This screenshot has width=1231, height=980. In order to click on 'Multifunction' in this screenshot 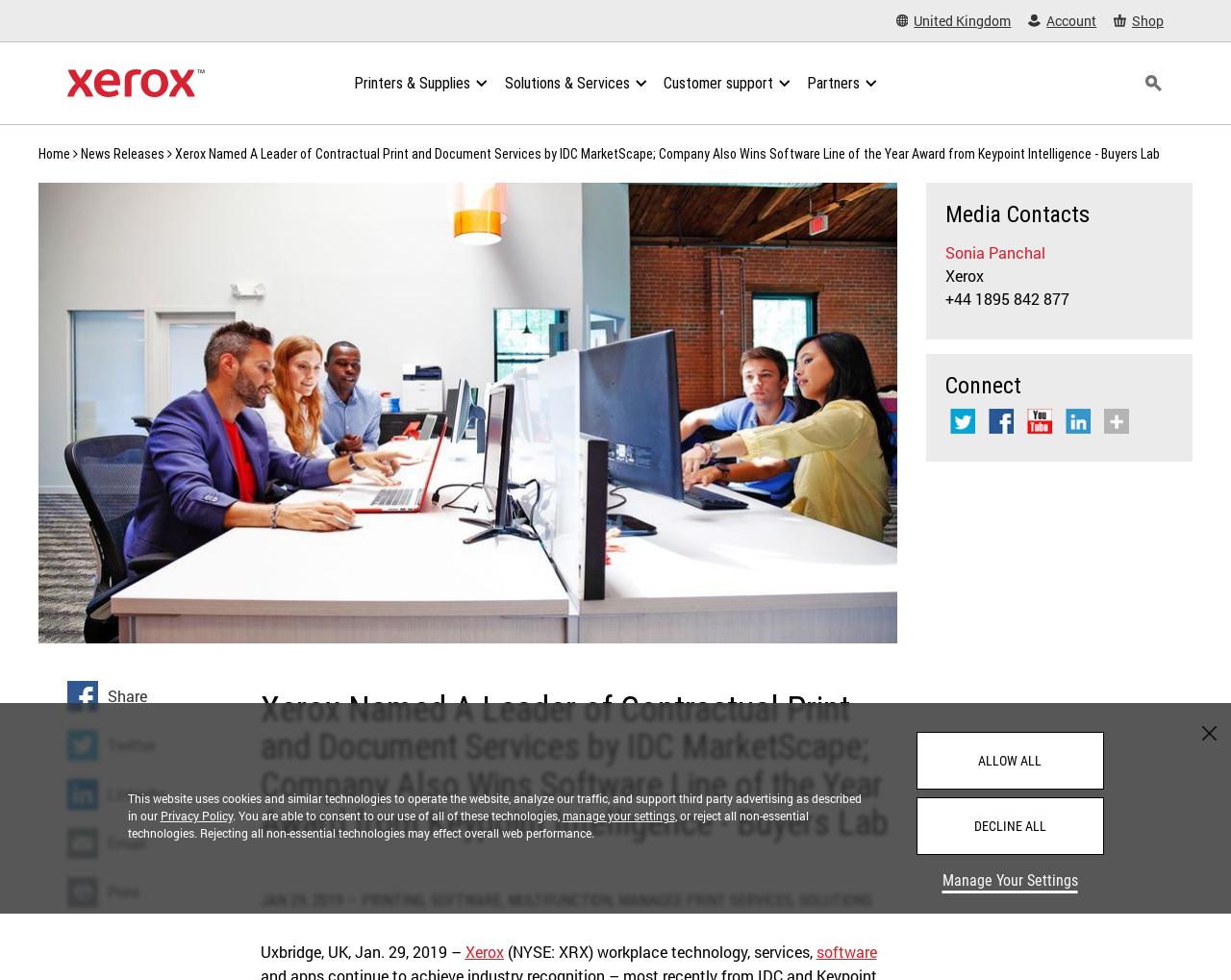, I will do `click(506, 899)`.